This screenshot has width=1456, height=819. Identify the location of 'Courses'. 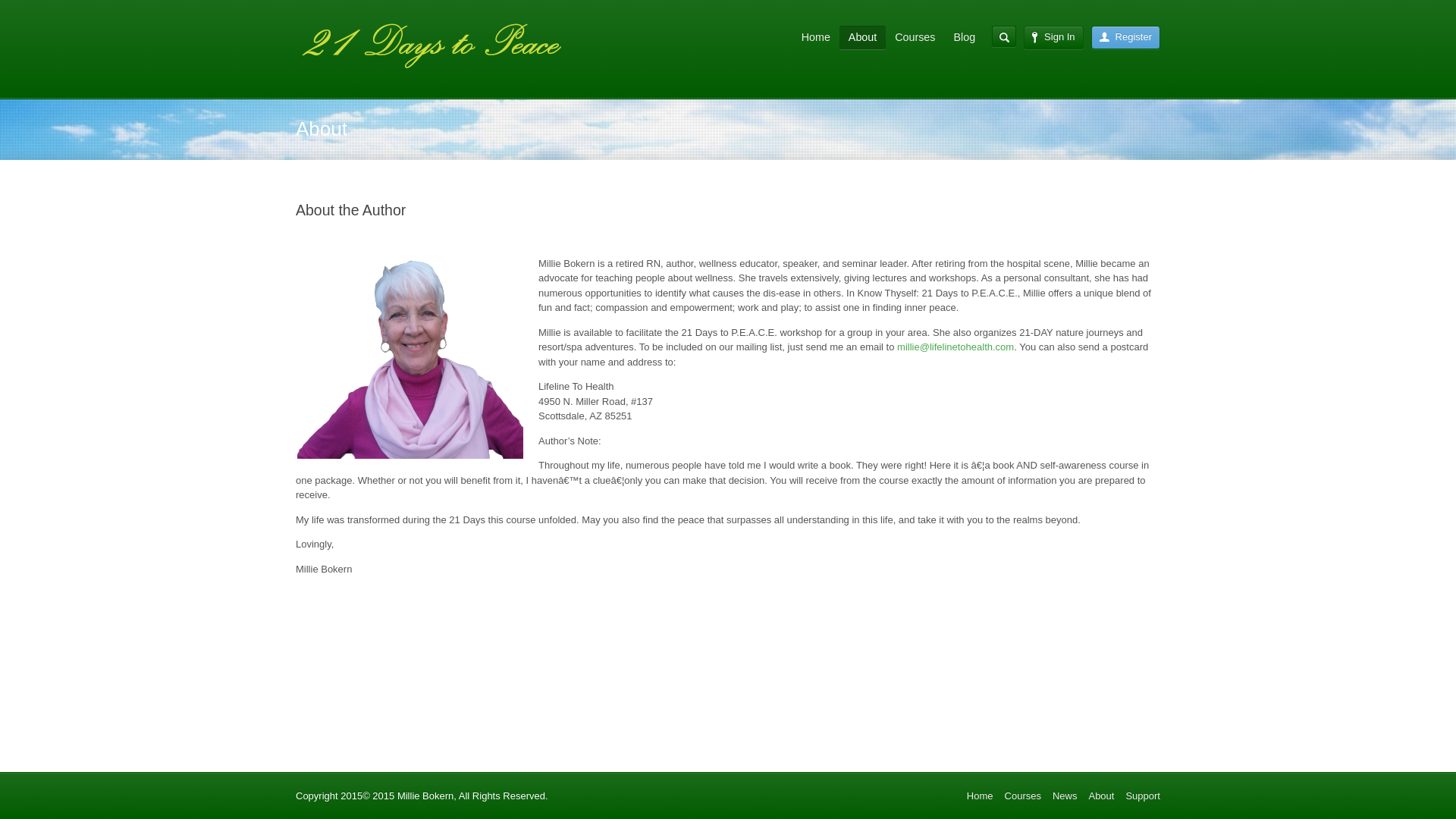
(1022, 795).